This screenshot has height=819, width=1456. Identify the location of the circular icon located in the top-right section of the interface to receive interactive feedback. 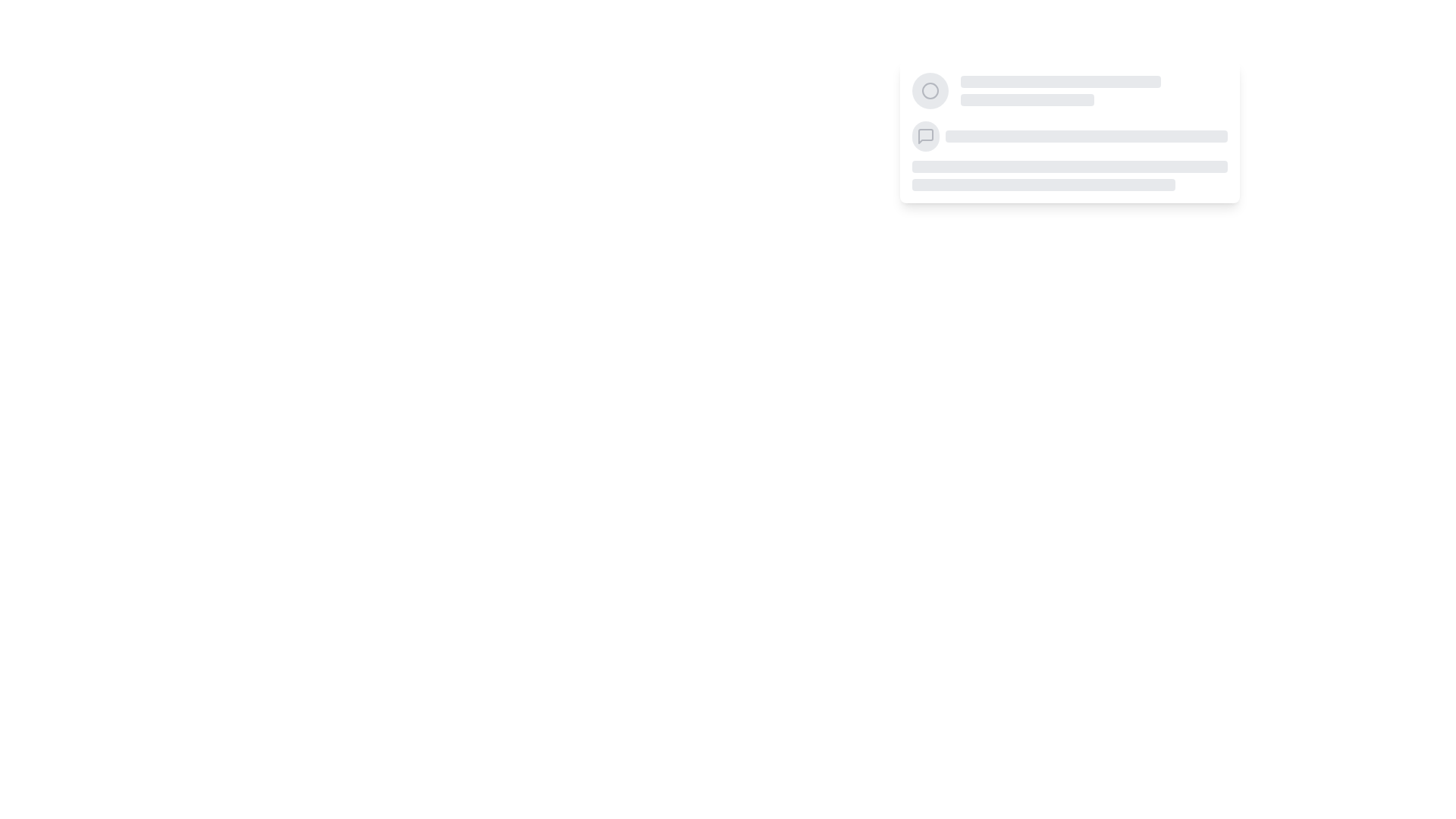
(930, 90).